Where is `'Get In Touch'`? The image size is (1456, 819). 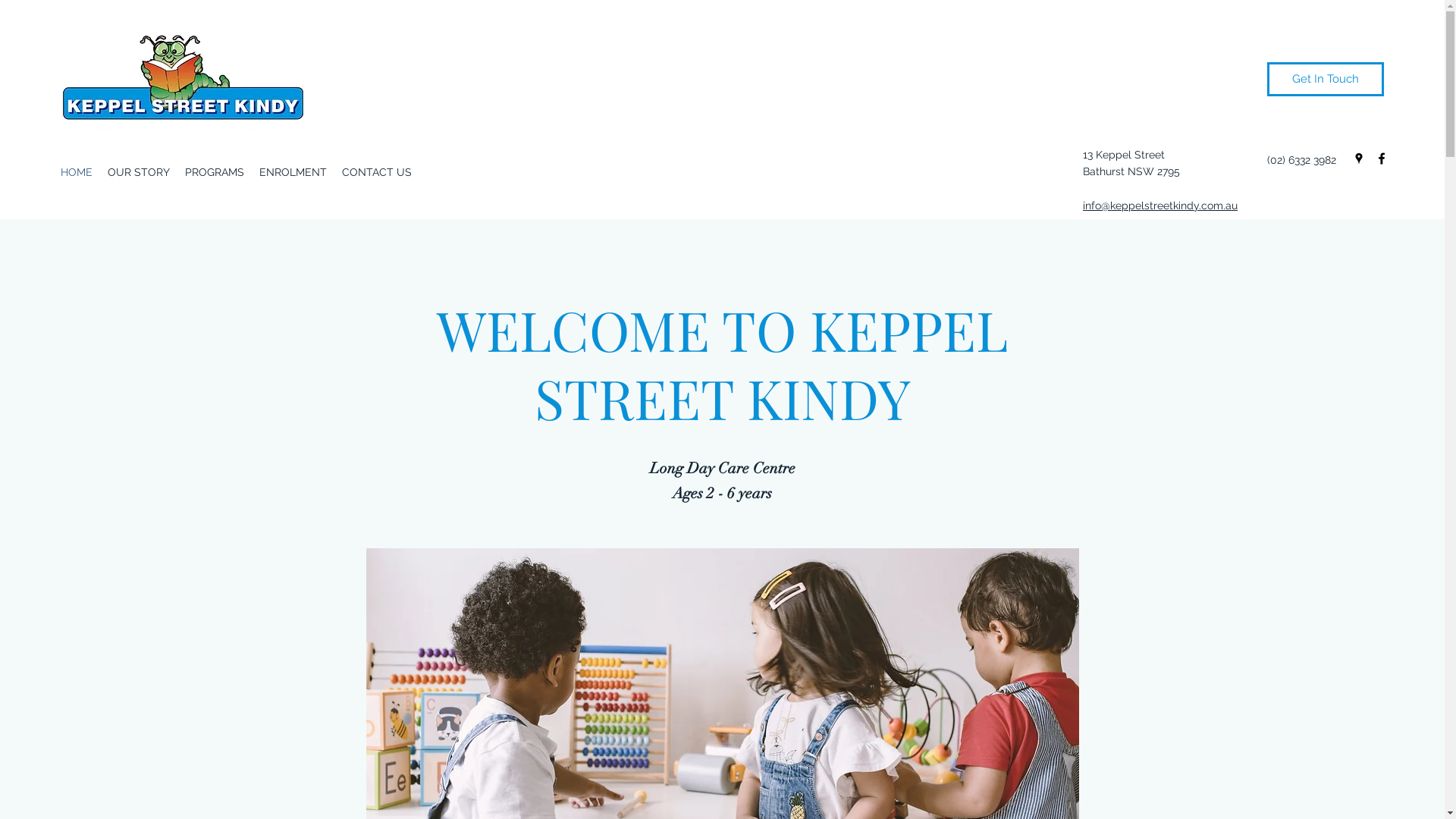
'Get In Touch' is located at coordinates (1324, 79).